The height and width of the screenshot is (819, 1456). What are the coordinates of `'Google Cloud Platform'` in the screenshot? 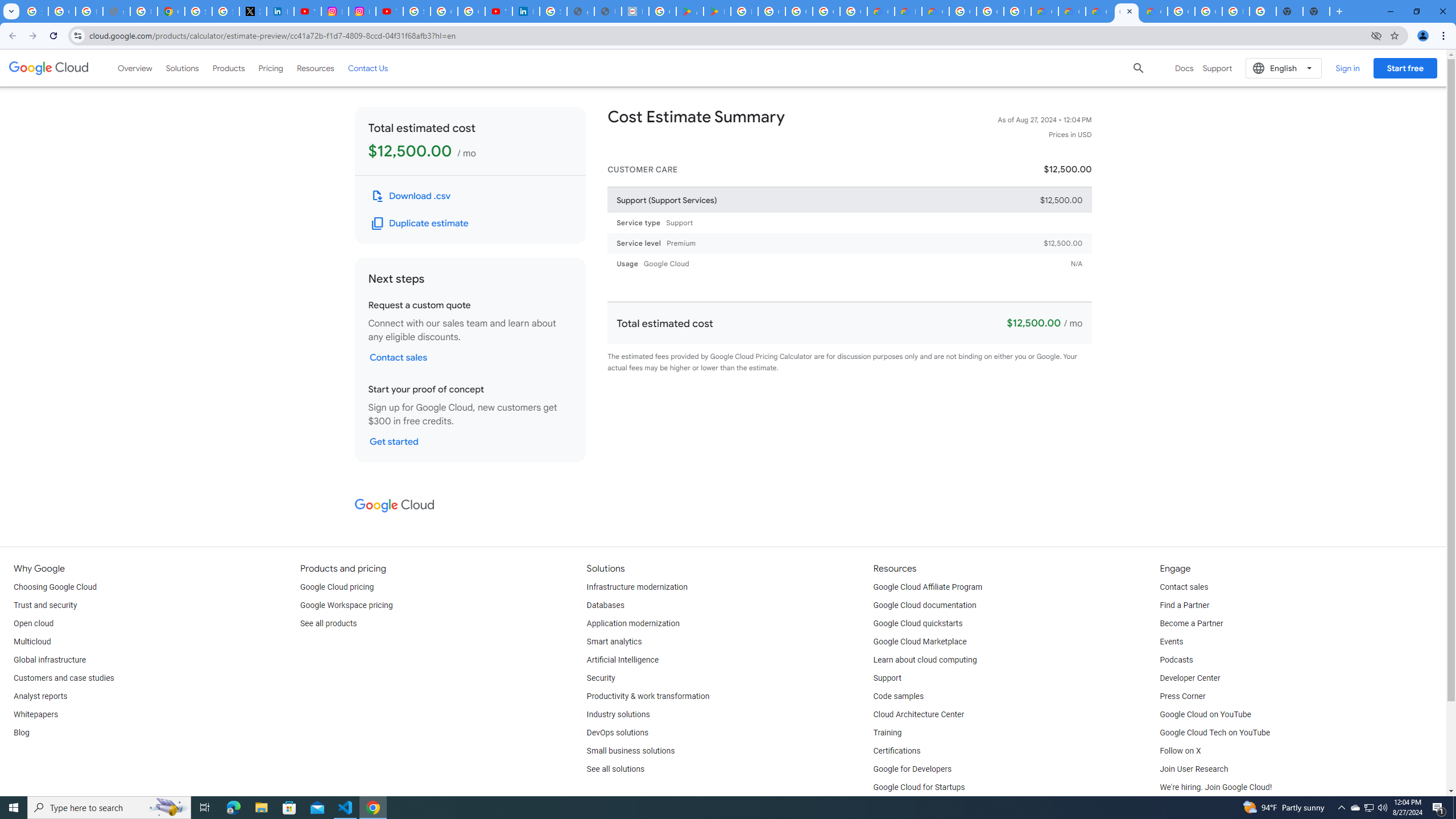 It's located at (990, 11).